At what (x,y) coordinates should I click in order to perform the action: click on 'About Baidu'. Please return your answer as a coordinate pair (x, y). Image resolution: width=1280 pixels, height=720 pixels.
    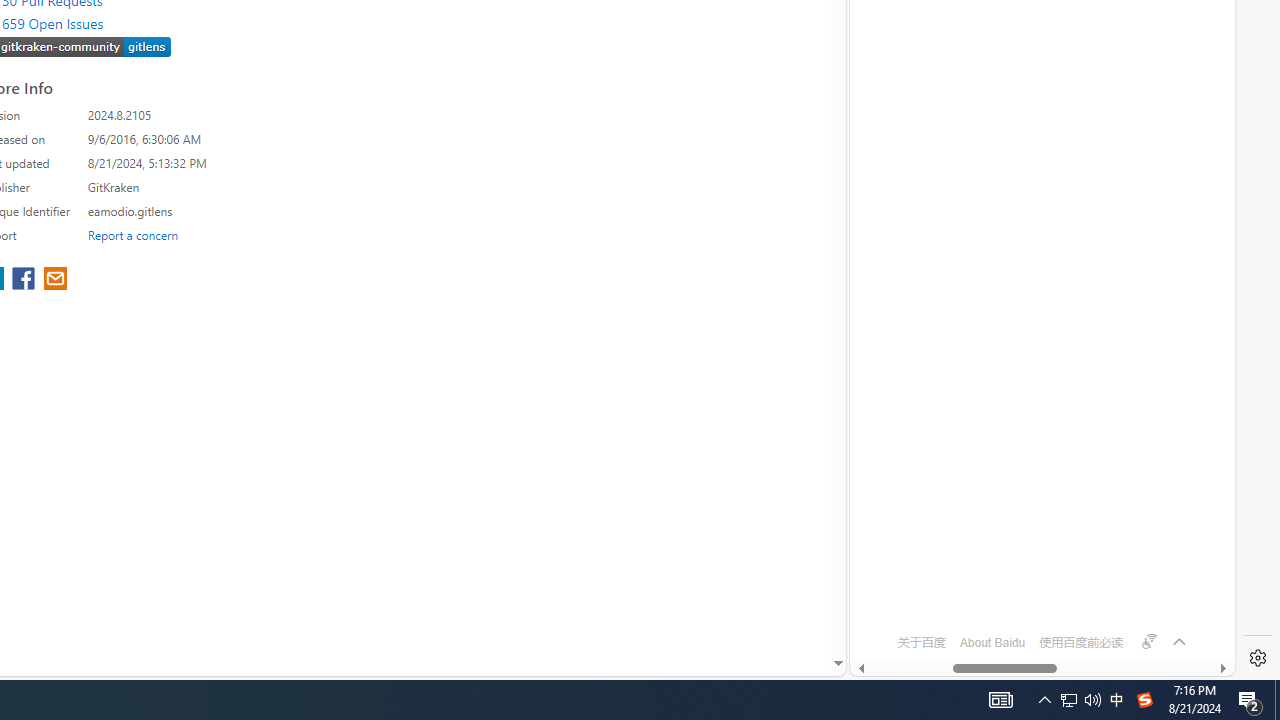
    Looking at the image, I should click on (992, 642).